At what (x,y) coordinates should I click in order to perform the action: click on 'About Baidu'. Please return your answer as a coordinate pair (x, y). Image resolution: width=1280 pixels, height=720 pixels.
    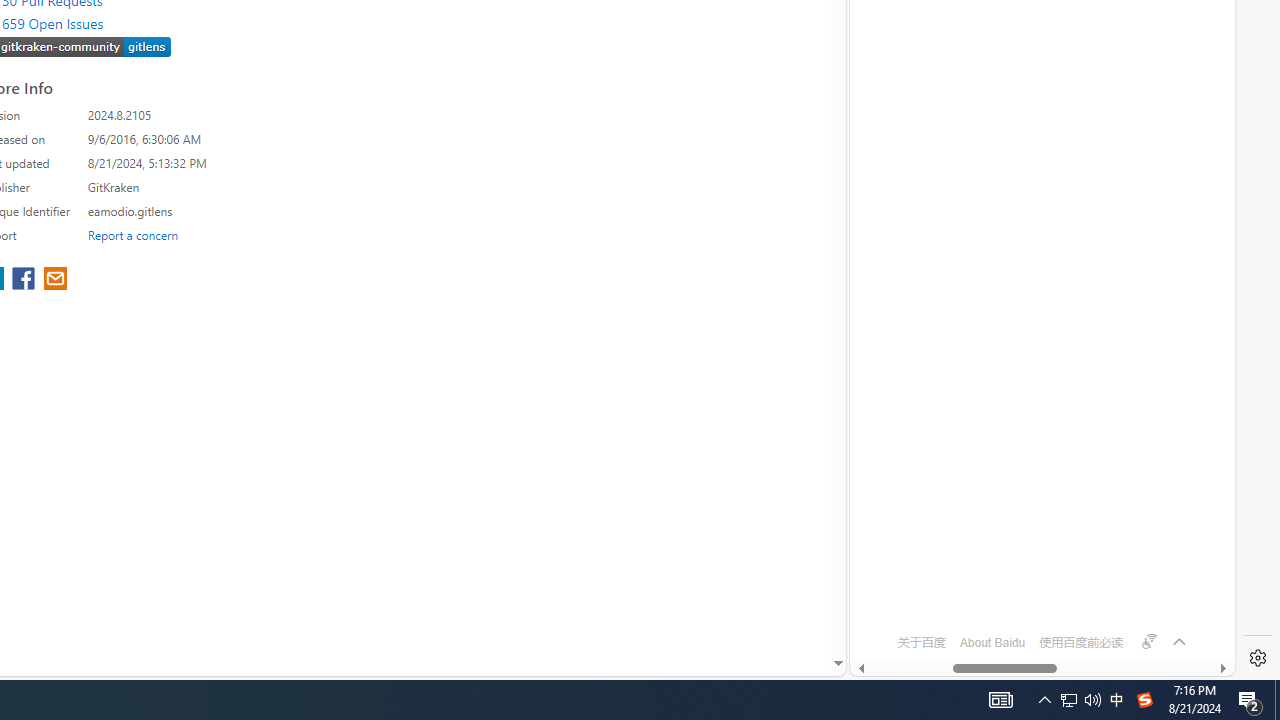
    Looking at the image, I should click on (992, 642).